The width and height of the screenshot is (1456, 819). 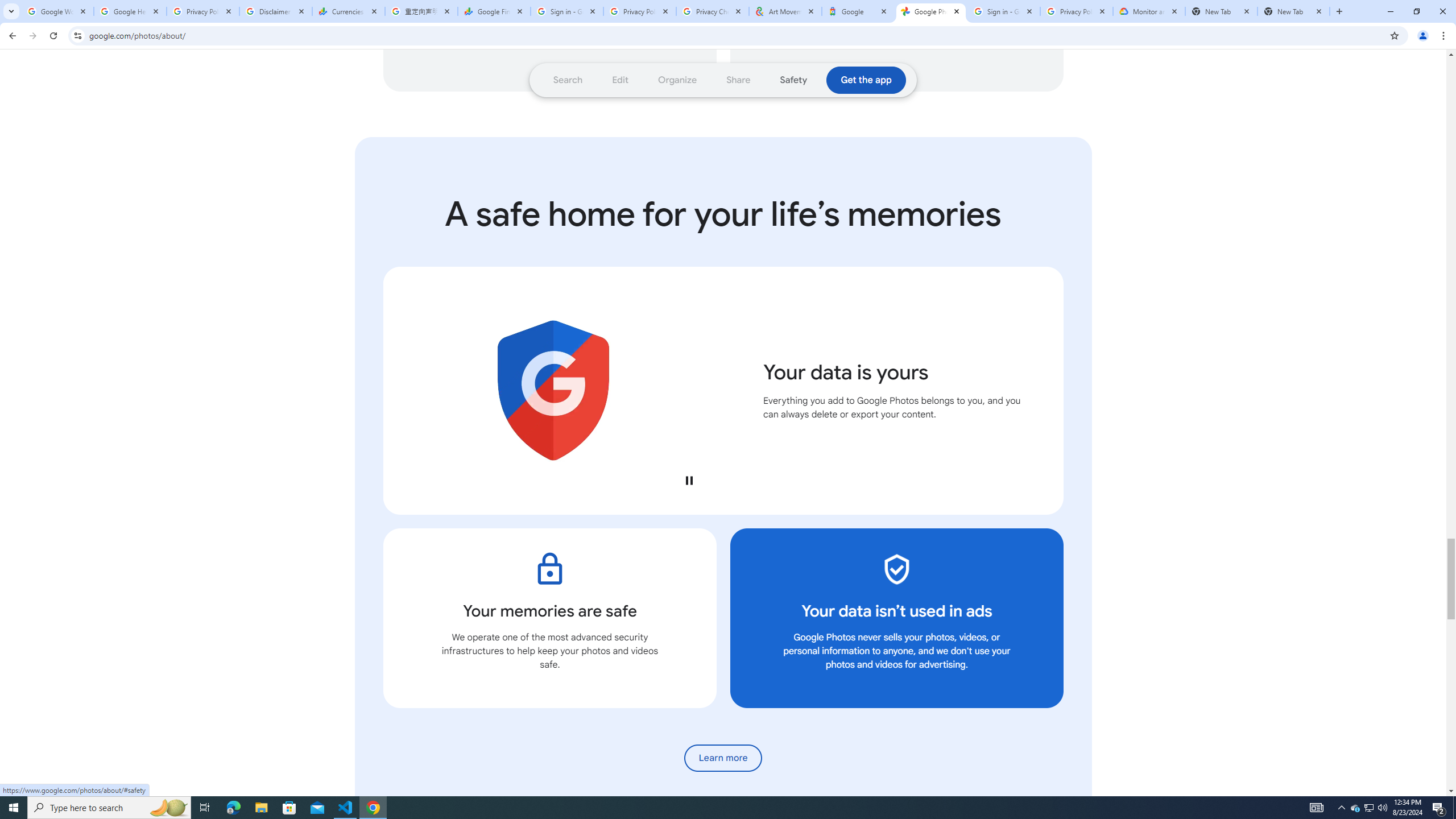 I want to click on 'Privacy Checkup', so click(x=712, y=11).